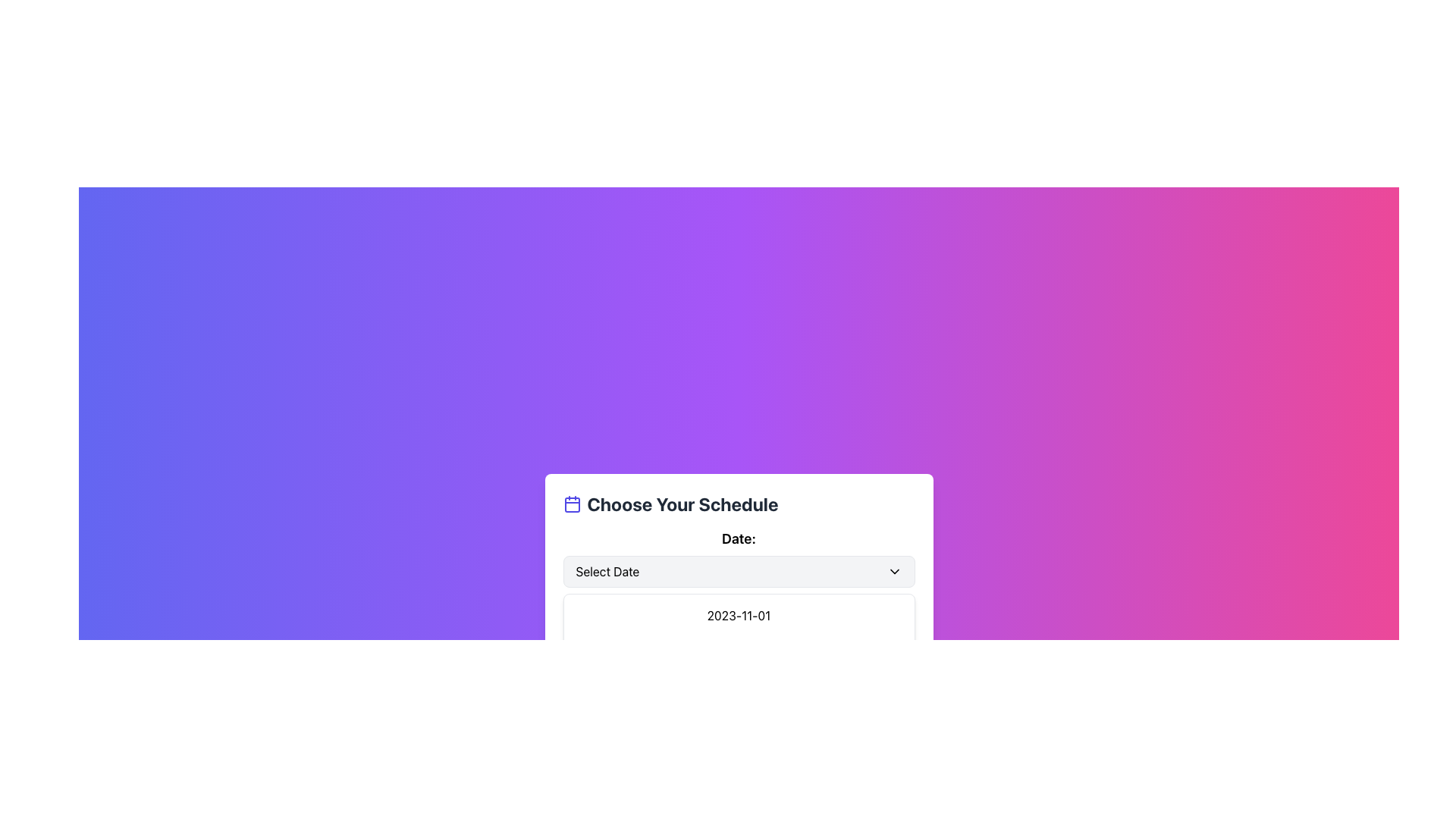  Describe the element at coordinates (739, 616) in the screenshot. I see `the text label displaying the date '2023-11-01' which is the first date option under the 'Select Date' dropdown` at that location.